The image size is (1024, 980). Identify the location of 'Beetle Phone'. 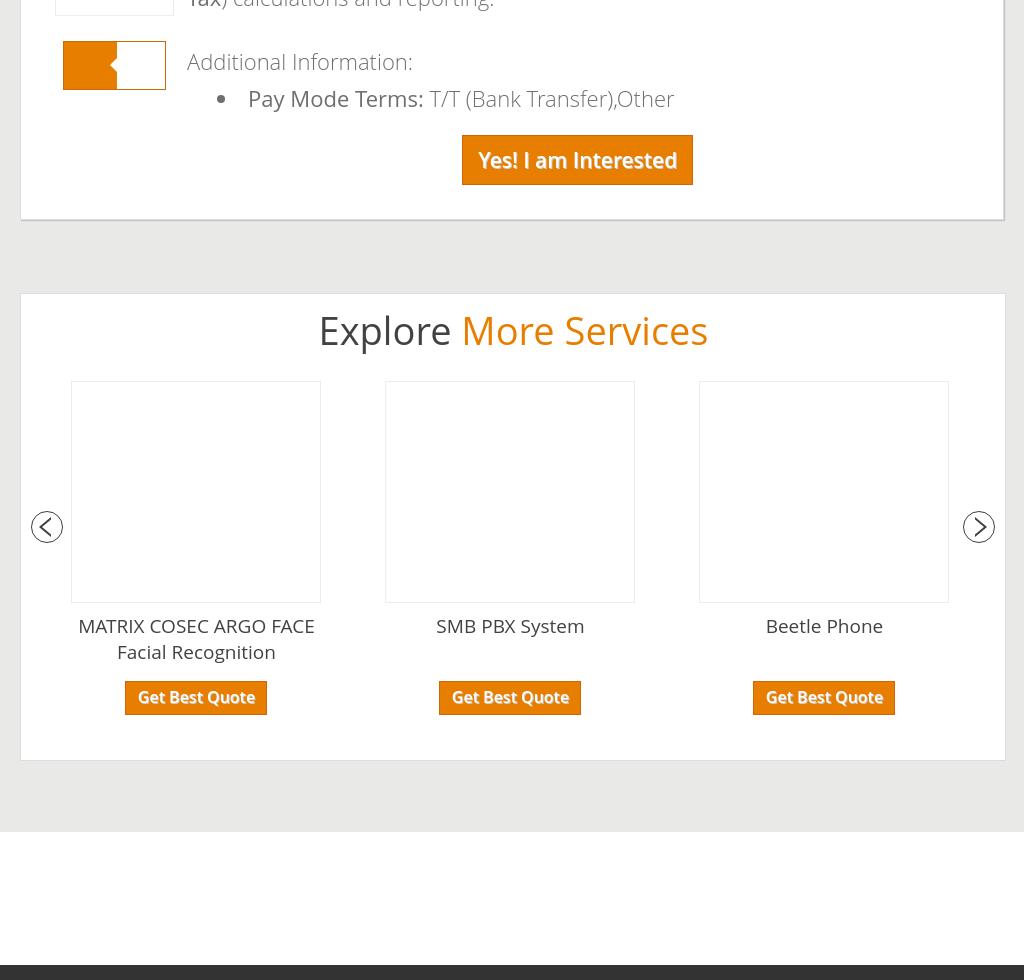
(823, 626).